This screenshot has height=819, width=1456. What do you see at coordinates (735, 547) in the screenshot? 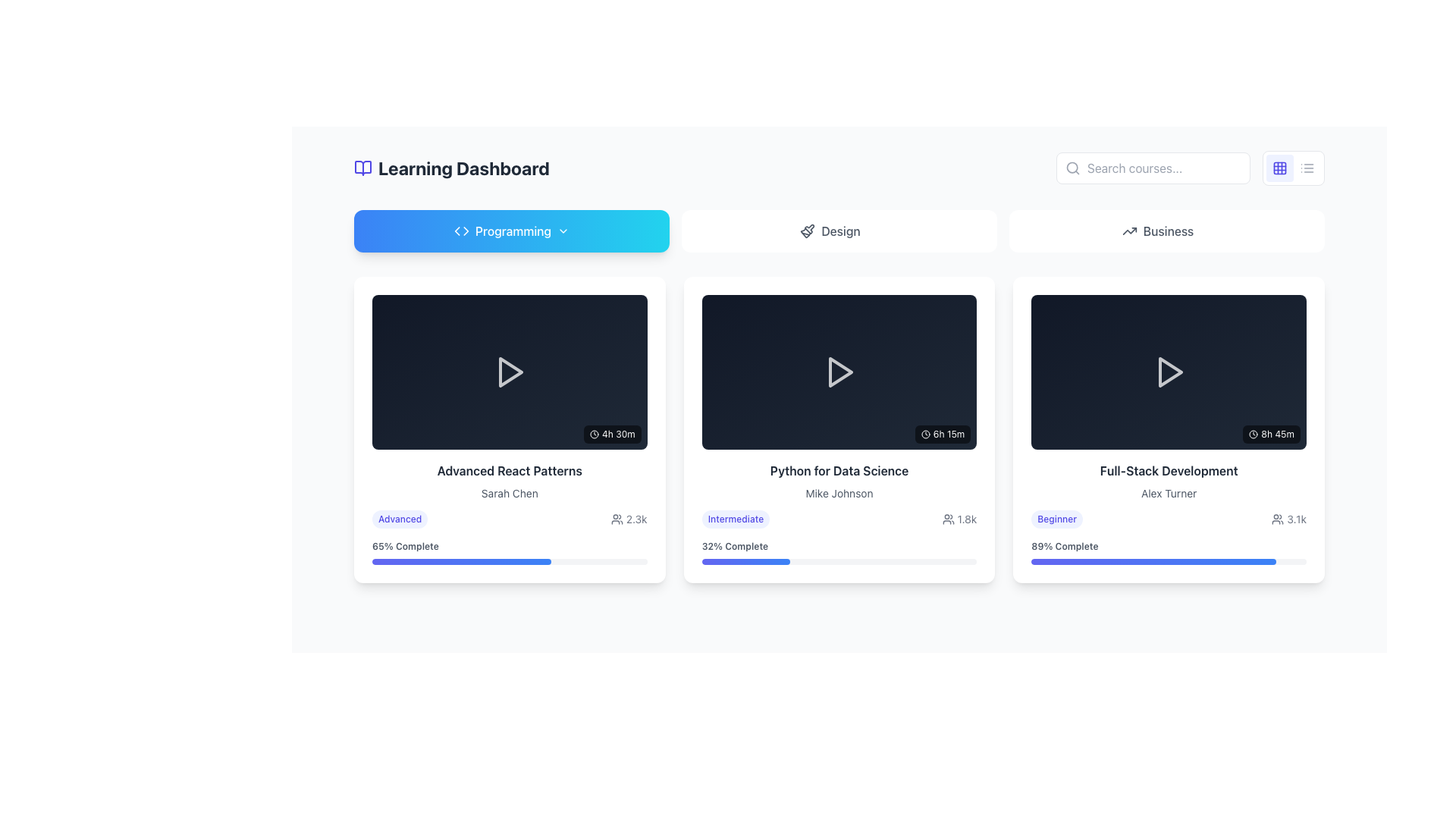
I see `the text label displaying '32% Complete' which is located above the blue progress bar in the card for 'Python for Data Science'` at bounding box center [735, 547].